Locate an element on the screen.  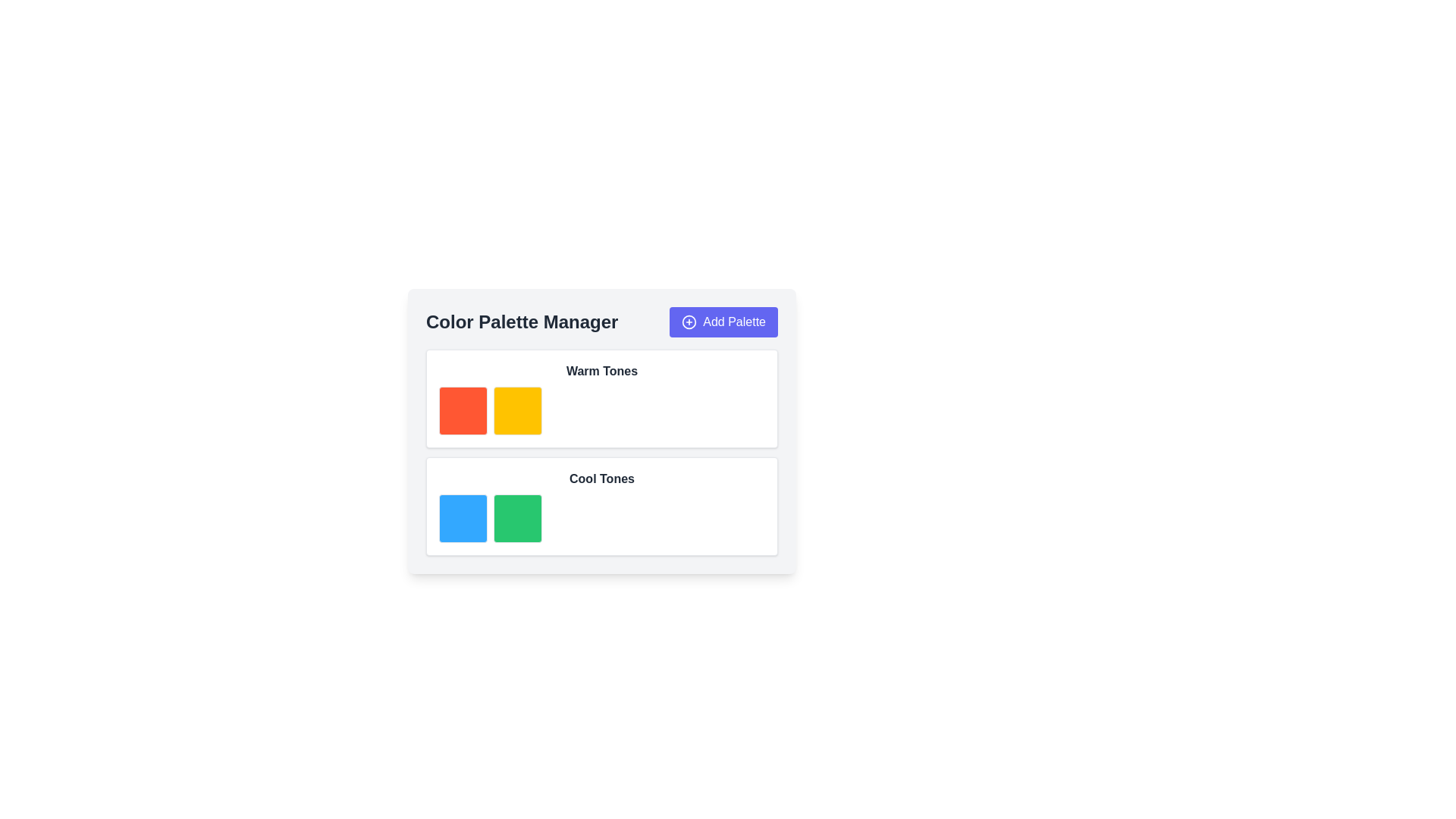
the second selectable color block with a solid green background, located under the 'Cool Tones' section is located at coordinates (517, 517).